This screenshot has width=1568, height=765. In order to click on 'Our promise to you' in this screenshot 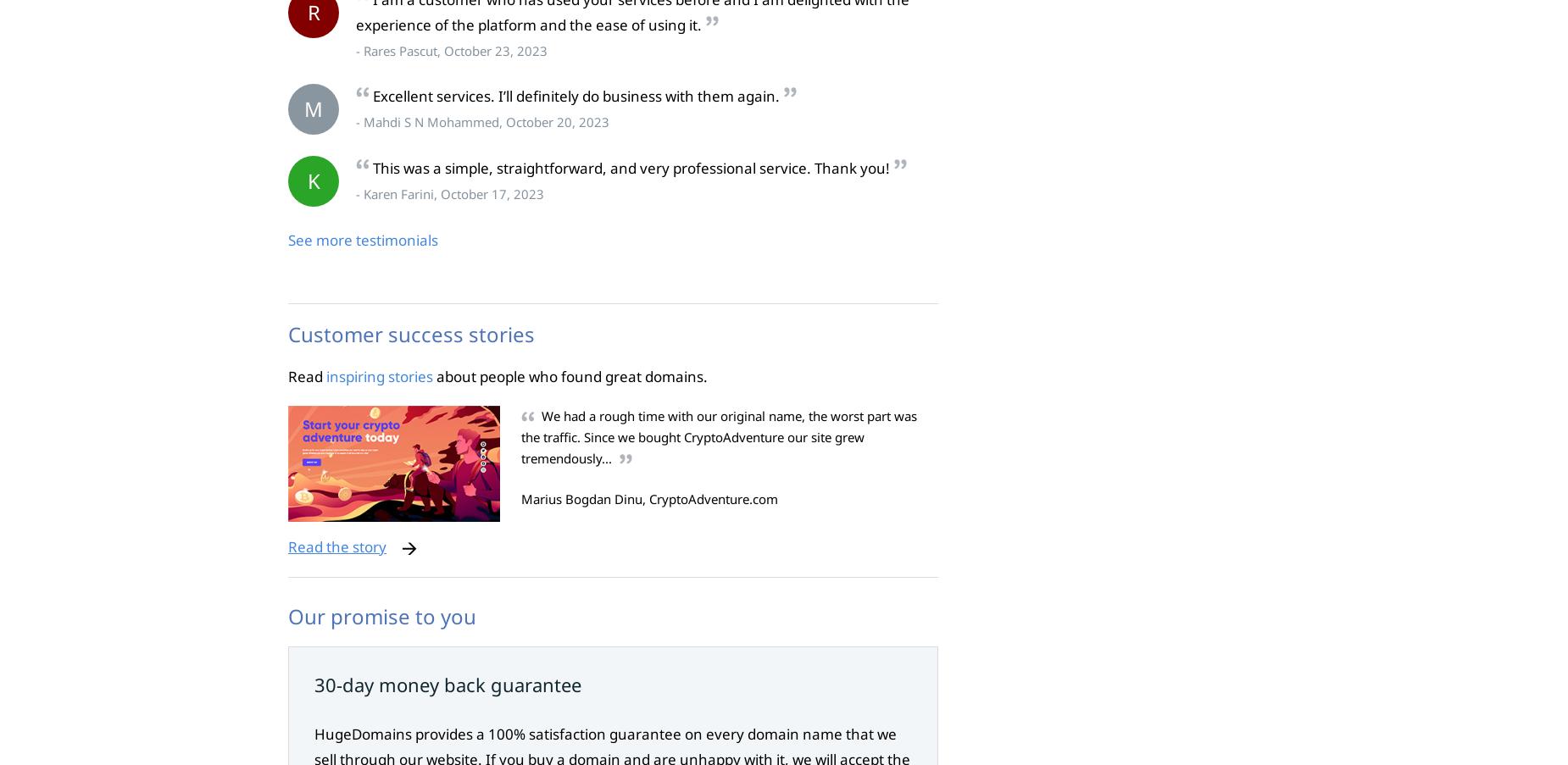, I will do `click(381, 615)`.